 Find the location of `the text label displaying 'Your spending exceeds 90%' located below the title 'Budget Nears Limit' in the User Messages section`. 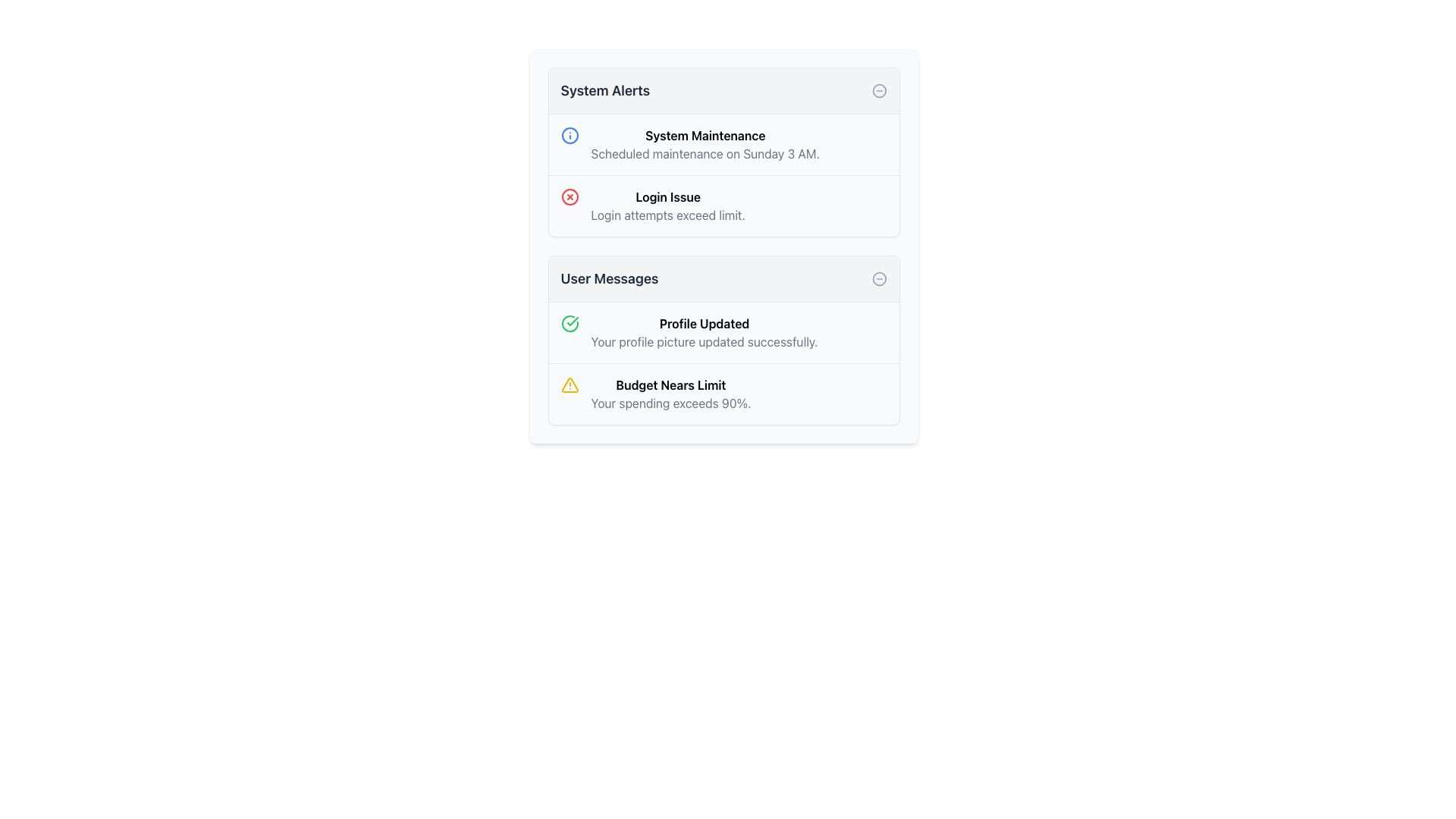

the text label displaying 'Your spending exceeds 90%' located below the title 'Budget Nears Limit' in the User Messages section is located at coordinates (670, 403).